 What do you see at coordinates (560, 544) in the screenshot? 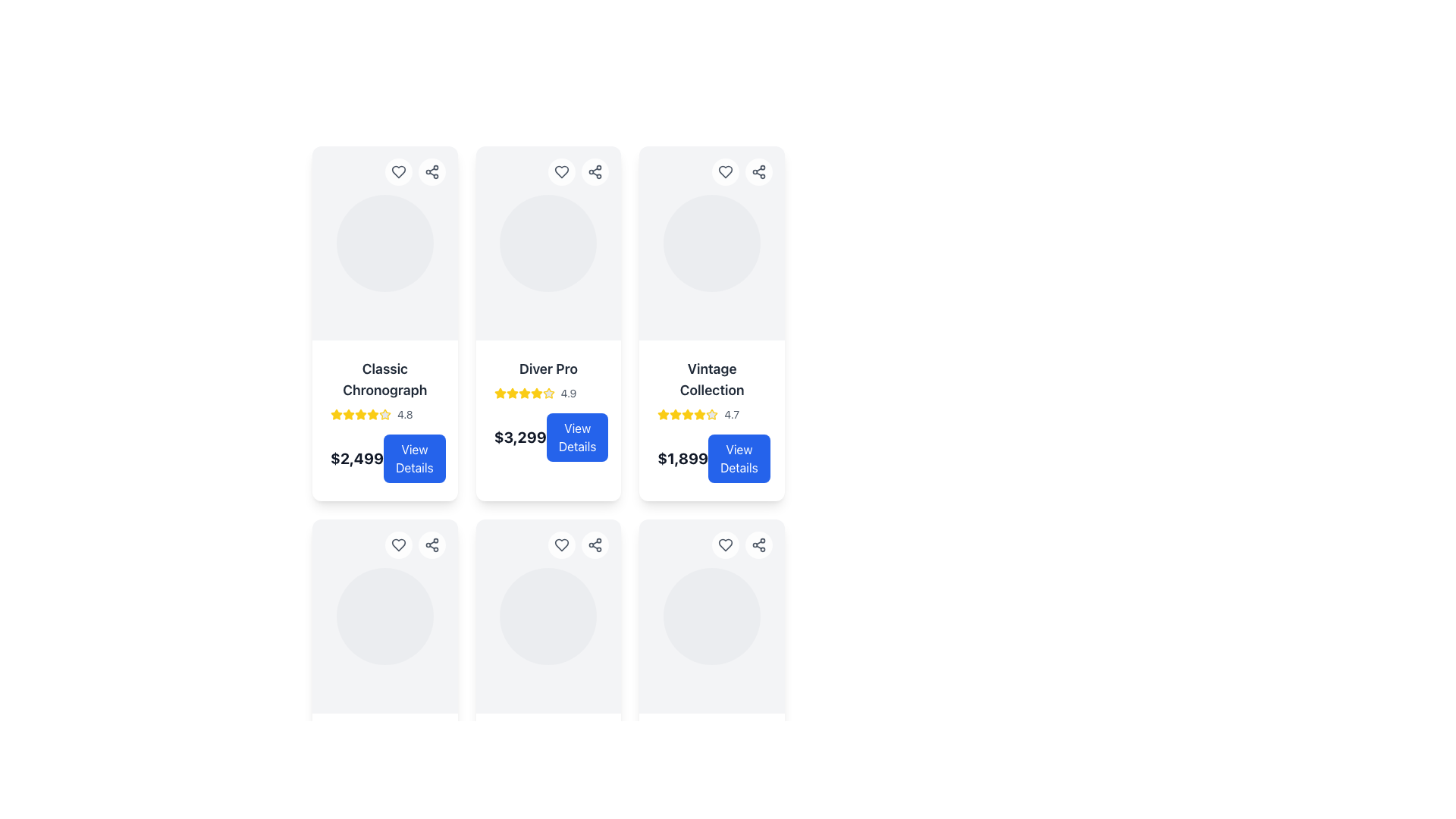
I see `the heart-shaped icon button located at the top-left corner of the second row of card items to like or unlike the content` at bounding box center [560, 544].